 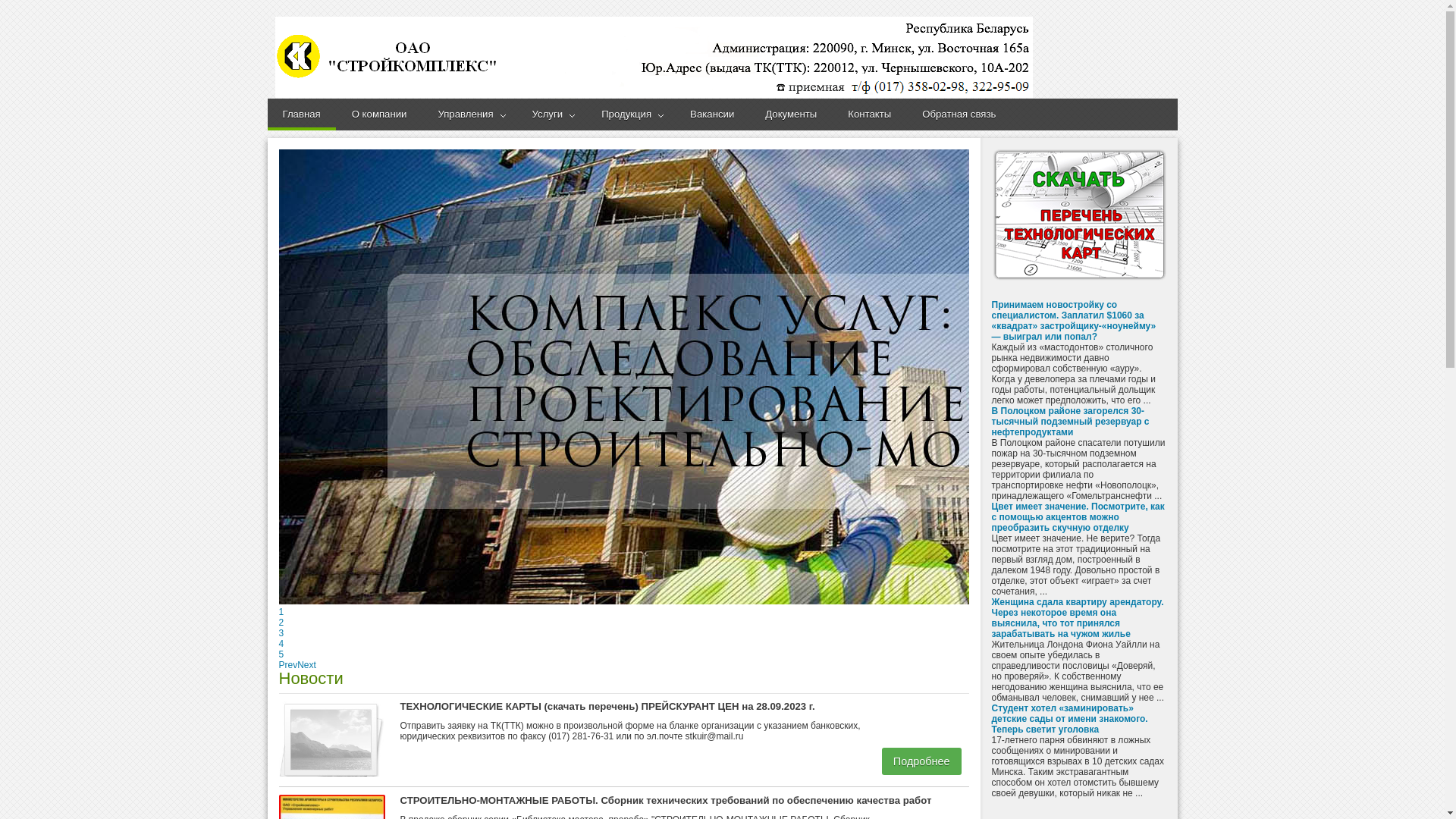 I want to click on 'Prev', so click(x=288, y=664).